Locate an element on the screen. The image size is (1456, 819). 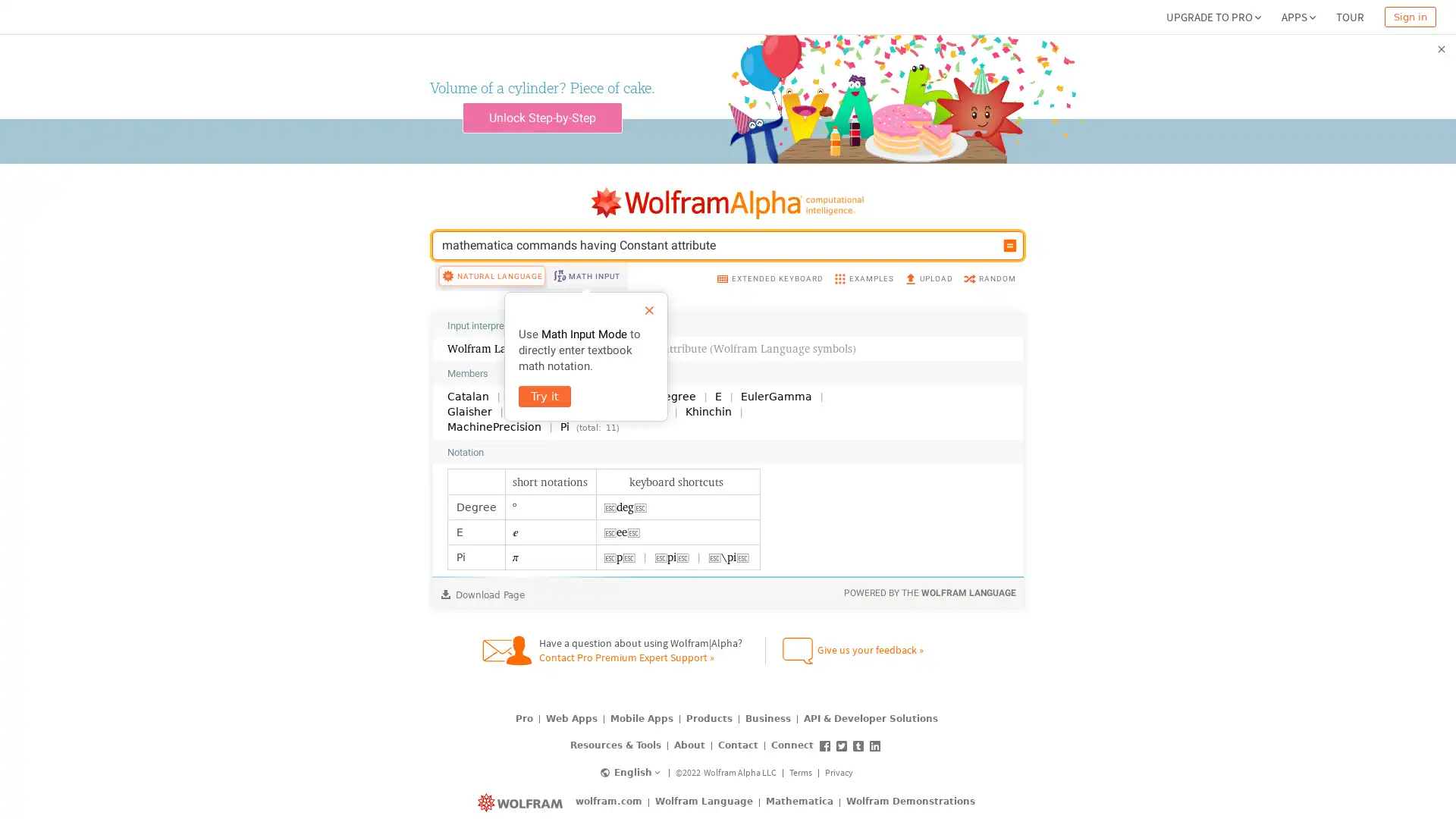
MATH INPUT is located at coordinates (585, 305).